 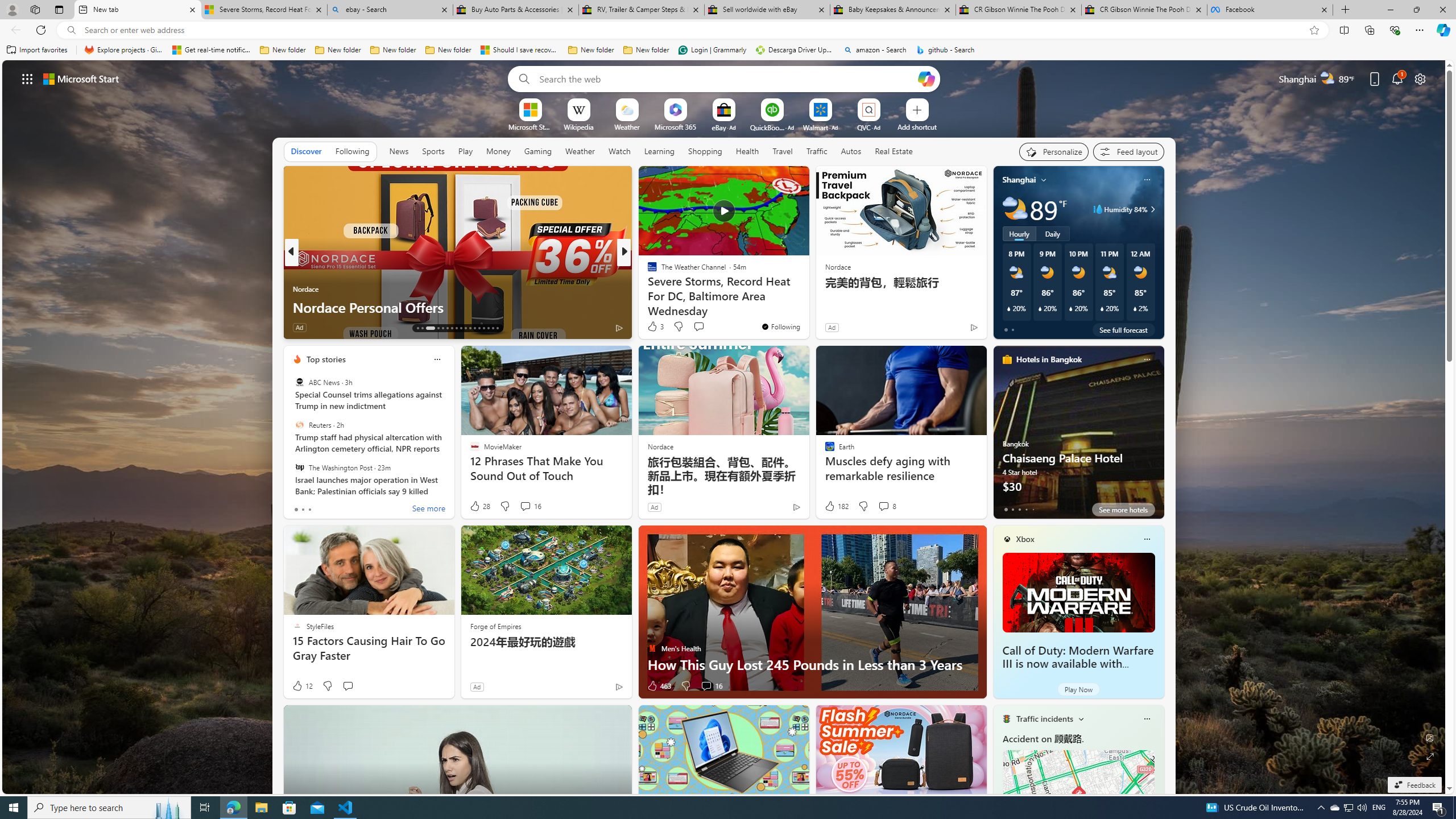 I want to click on 'Import favorites', so click(x=37, y=49).